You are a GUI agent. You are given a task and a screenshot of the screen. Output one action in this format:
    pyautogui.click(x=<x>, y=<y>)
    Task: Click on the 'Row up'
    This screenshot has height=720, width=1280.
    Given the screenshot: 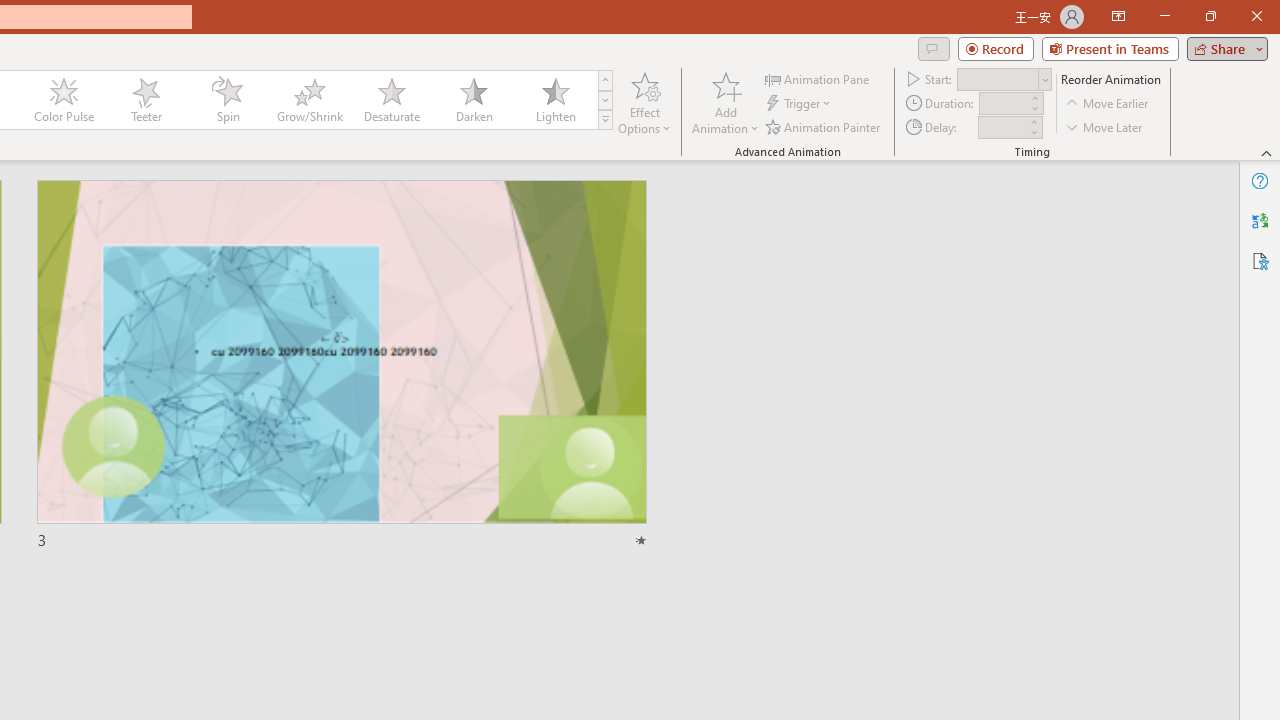 What is the action you would take?
    pyautogui.click(x=604, y=79)
    